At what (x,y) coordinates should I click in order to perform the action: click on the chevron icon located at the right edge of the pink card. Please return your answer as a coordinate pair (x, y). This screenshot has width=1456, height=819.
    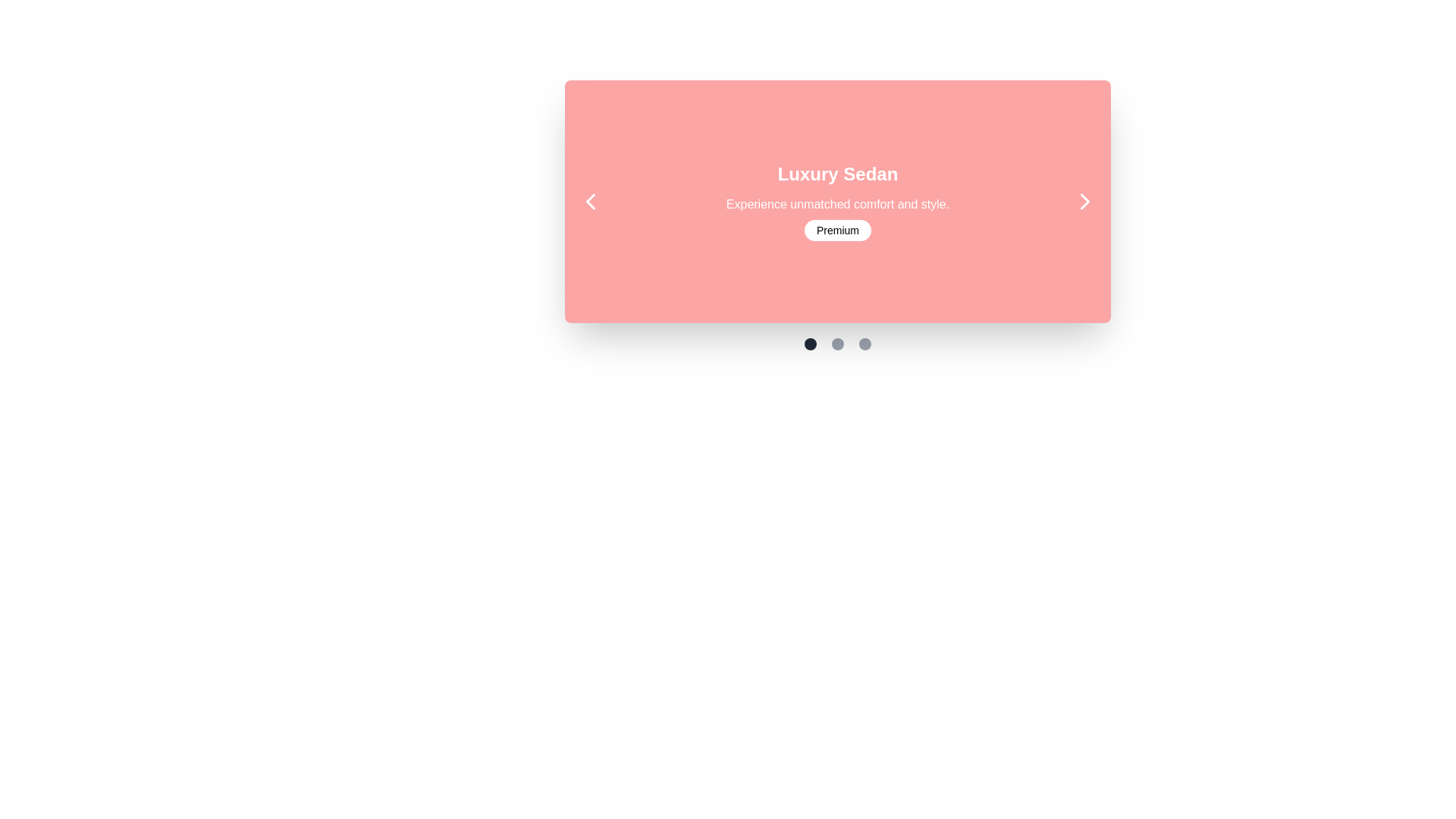
    Looking at the image, I should click on (1084, 201).